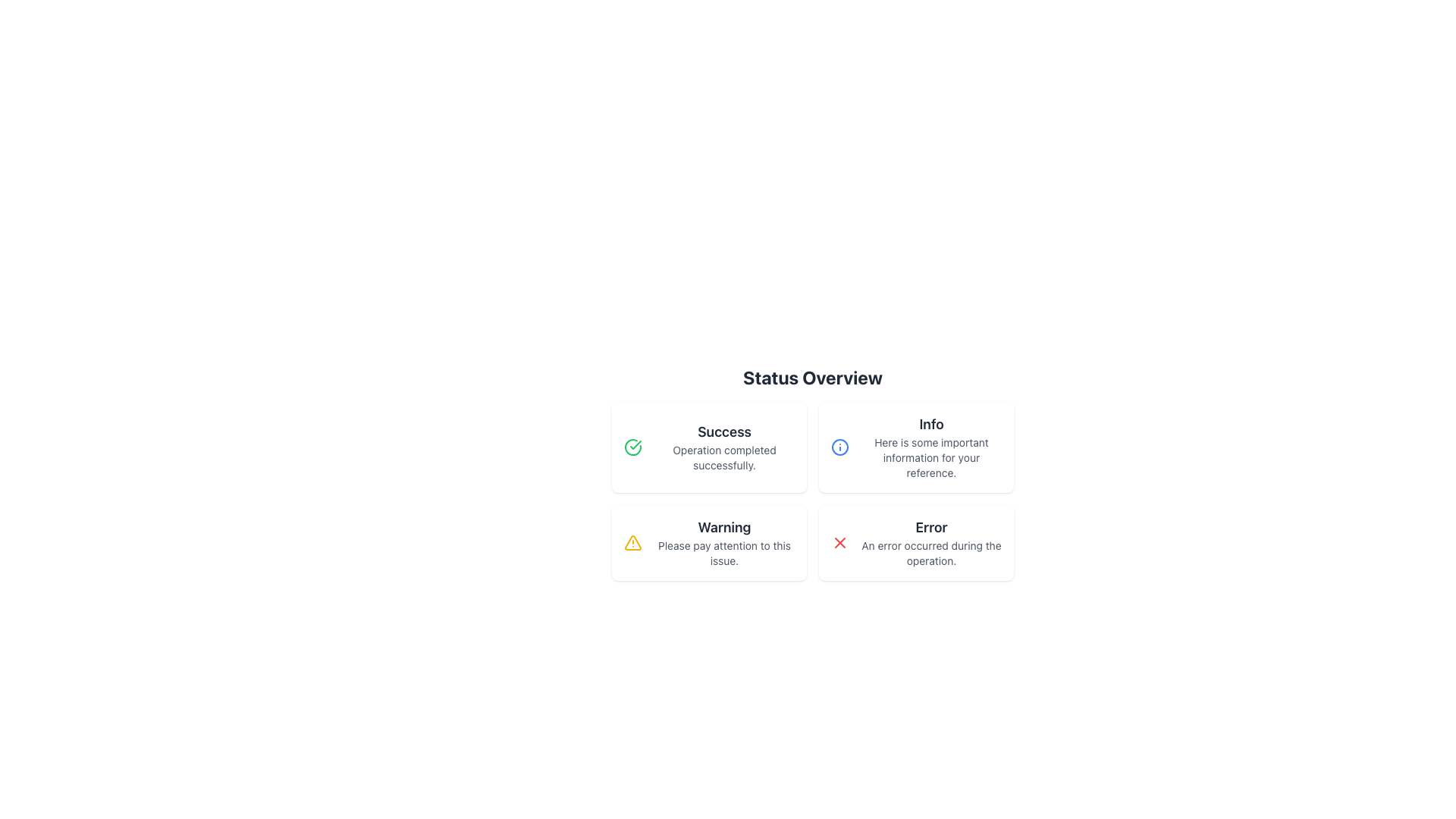  What do you see at coordinates (839, 542) in the screenshot?
I see `the error state indicator icon located at the top-left corner of the 'Error' status box in the second row` at bounding box center [839, 542].